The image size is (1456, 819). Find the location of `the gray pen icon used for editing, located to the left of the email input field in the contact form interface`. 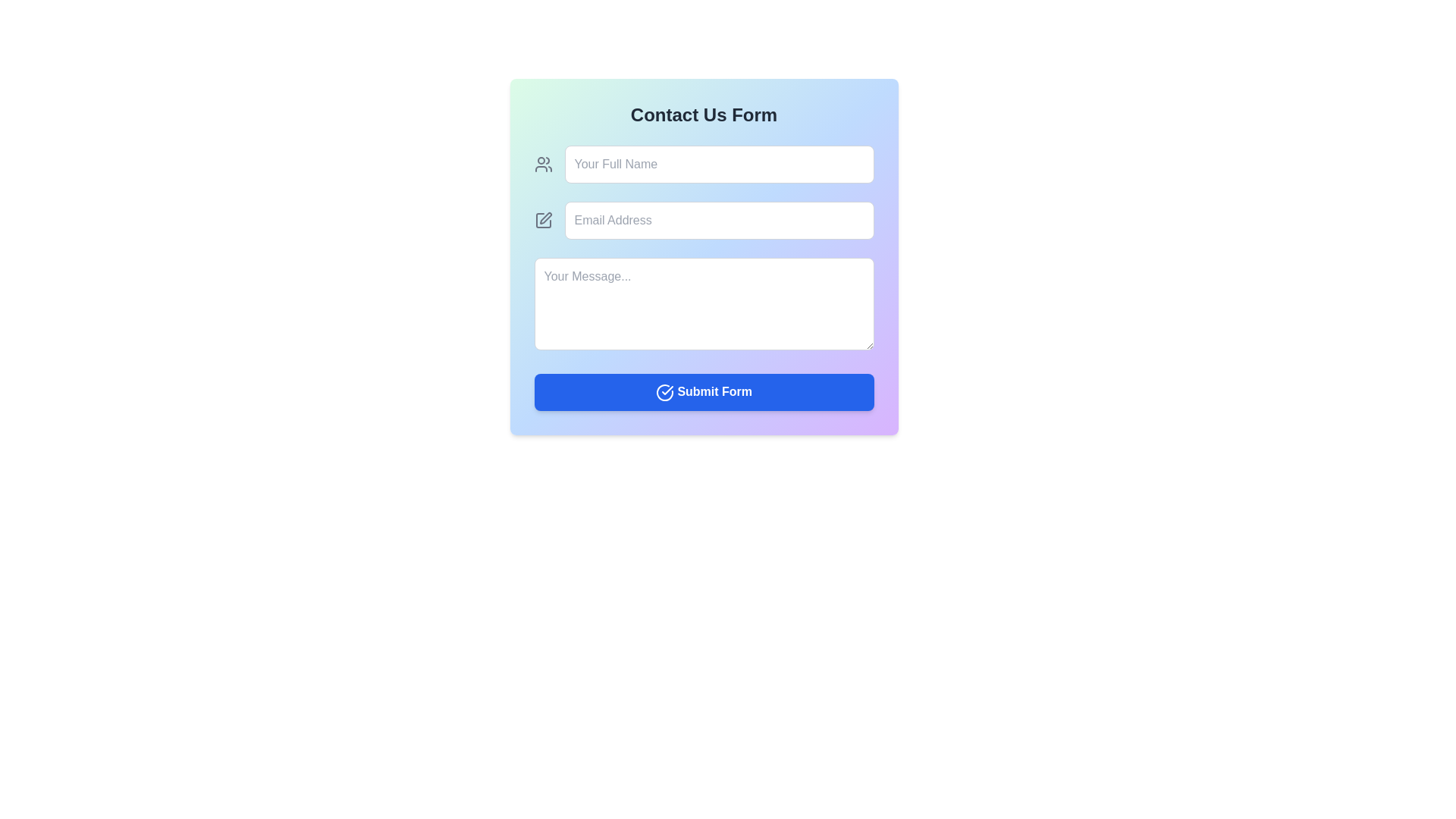

the gray pen icon used for editing, located to the left of the email input field in the contact form interface is located at coordinates (545, 218).